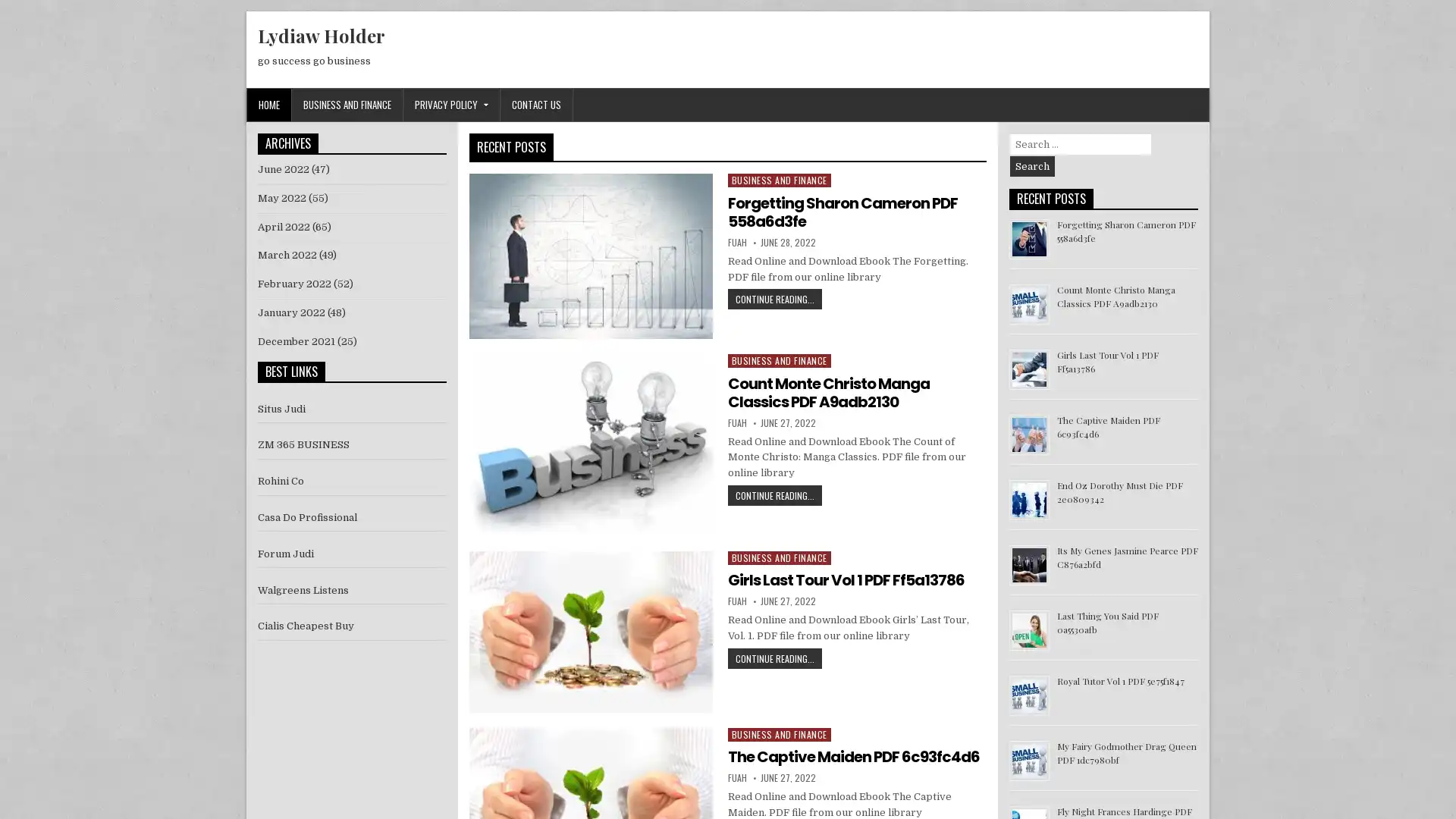  Describe the element at coordinates (1031, 166) in the screenshot. I see `Search` at that location.